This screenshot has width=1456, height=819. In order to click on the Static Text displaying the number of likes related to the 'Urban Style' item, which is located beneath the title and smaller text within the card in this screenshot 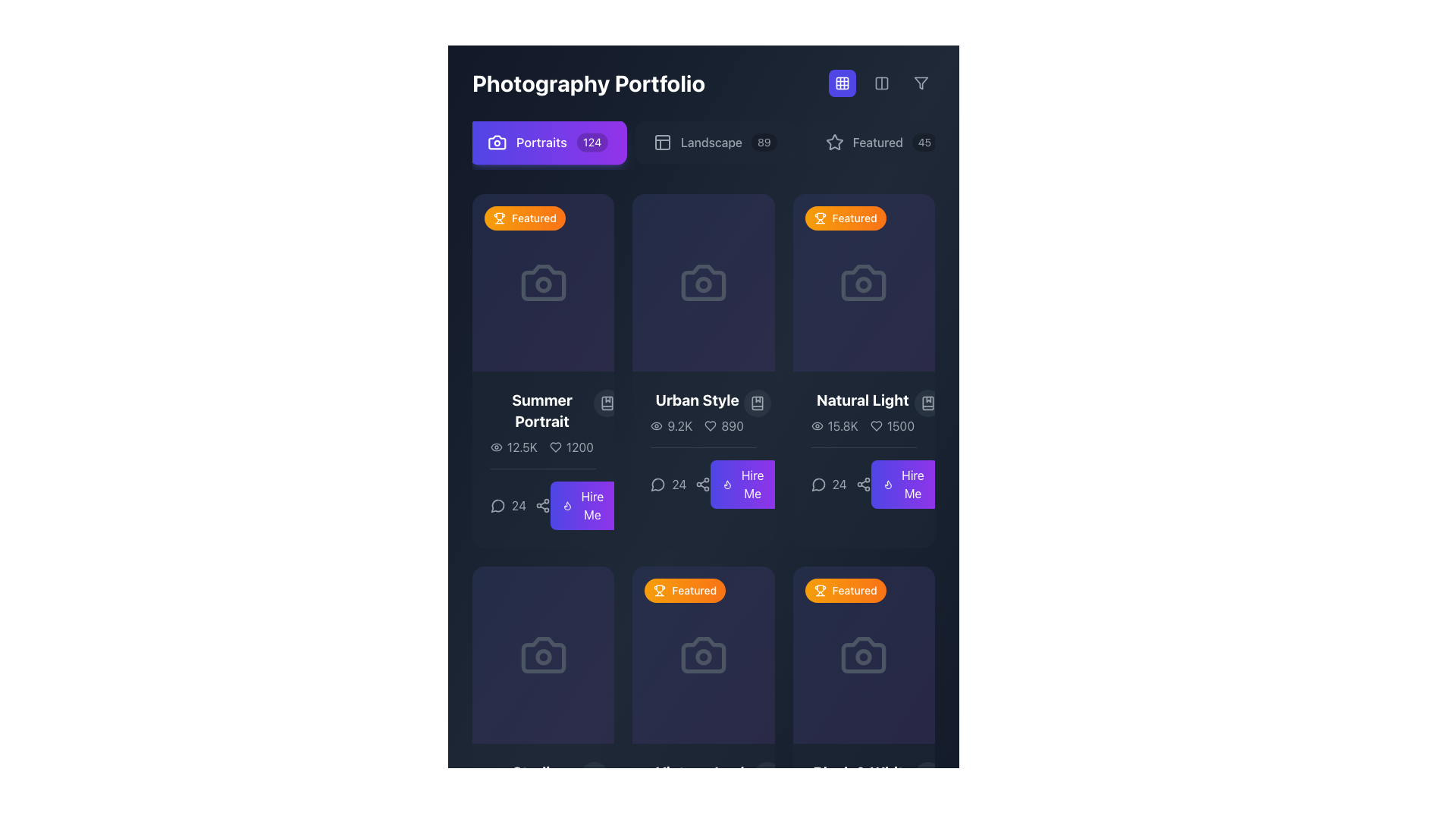, I will do `click(733, 426)`.